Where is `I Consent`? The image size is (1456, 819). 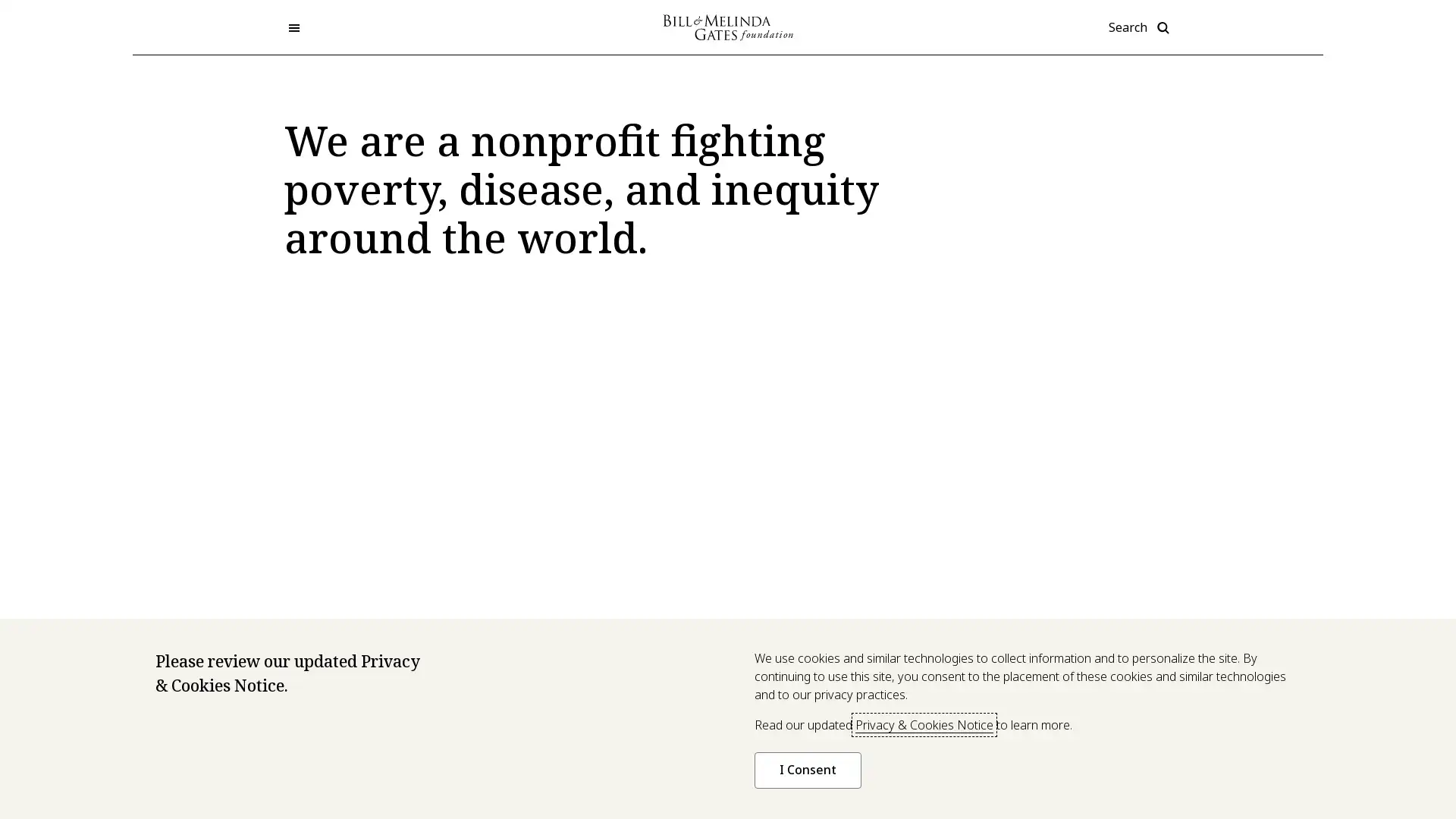 I Consent is located at coordinates (807, 770).